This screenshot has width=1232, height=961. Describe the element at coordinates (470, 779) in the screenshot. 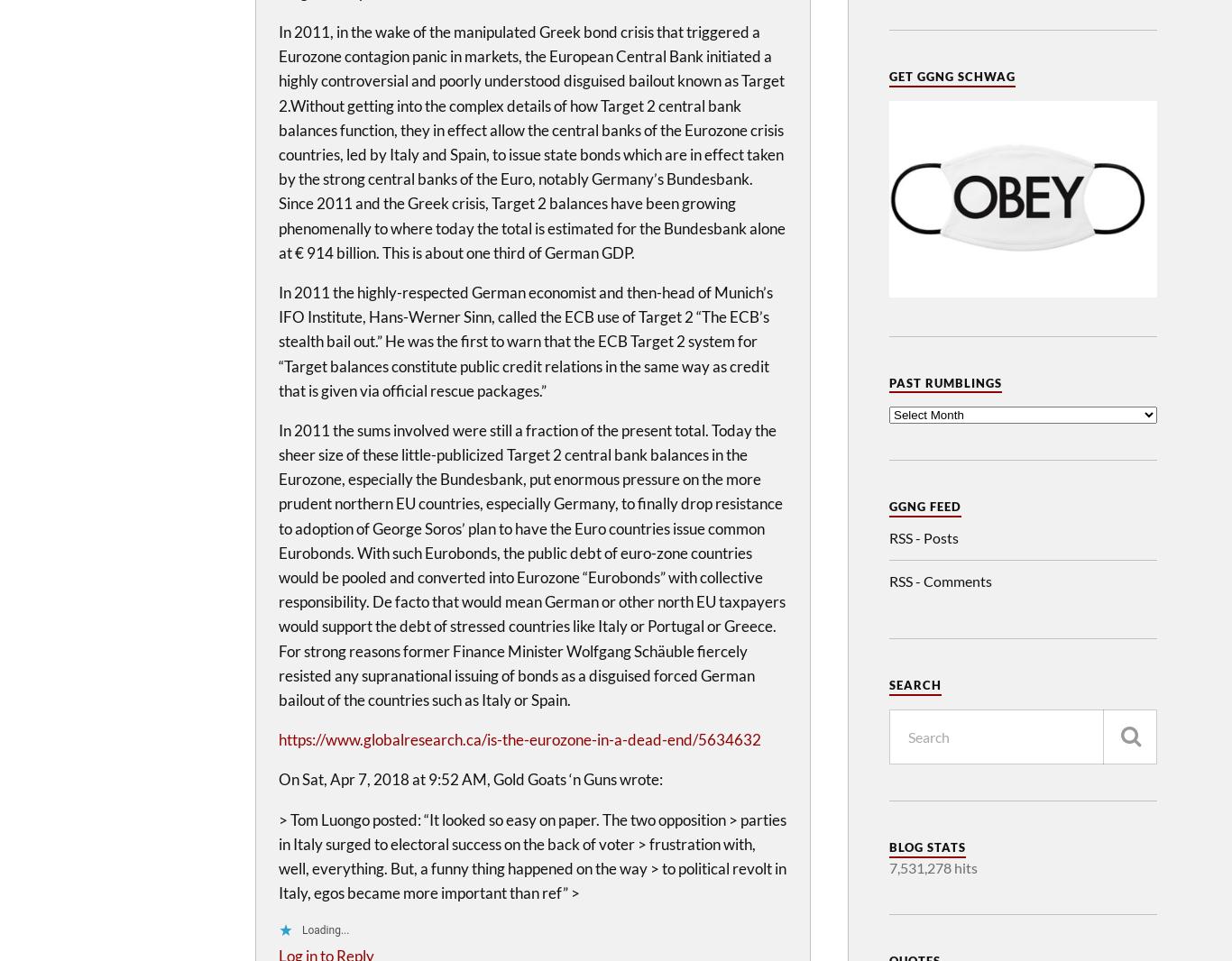

I see `'On Sat, Apr 7, 2018 at 9:52 AM, Gold Goats ‘n Guns  wrote:'` at that location.